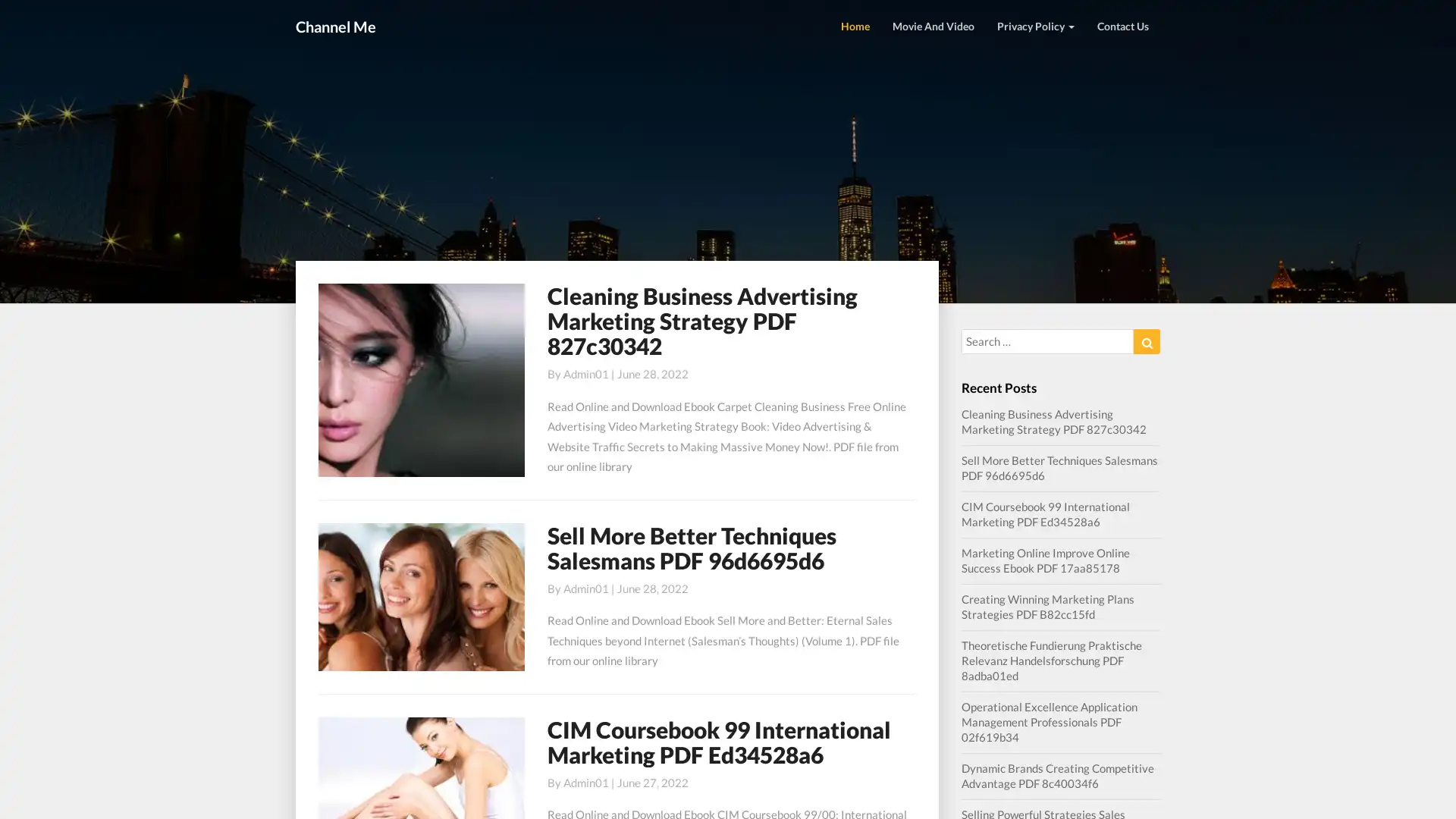 Image resolution: width=1456 pixels, height=819 pixels. What do you see at coordinates (1147, 341) in the screenshot?
I see `Search` at bounding box center [1147, 341].